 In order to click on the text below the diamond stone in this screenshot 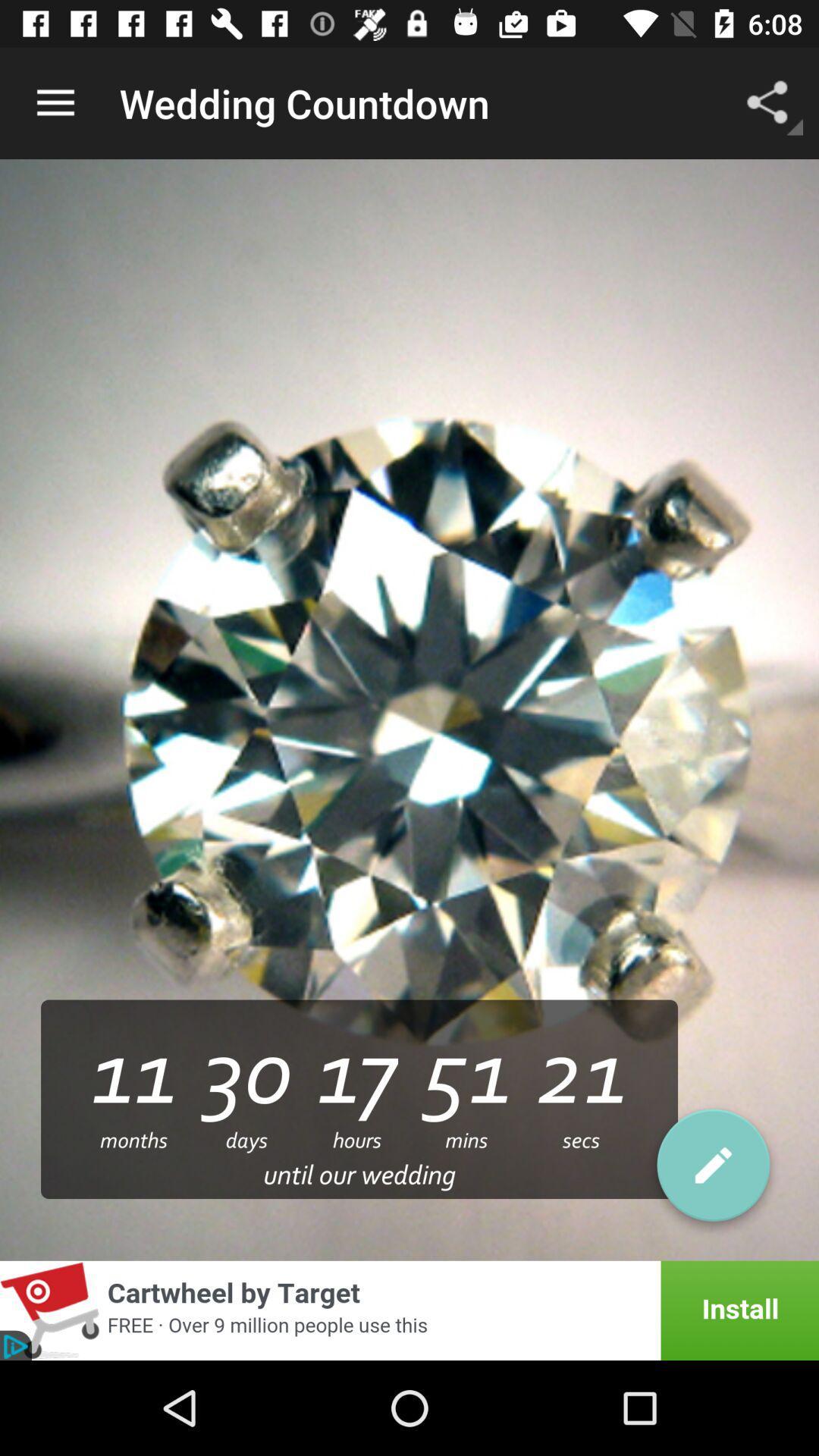, I will do `click(359, 1099)`.